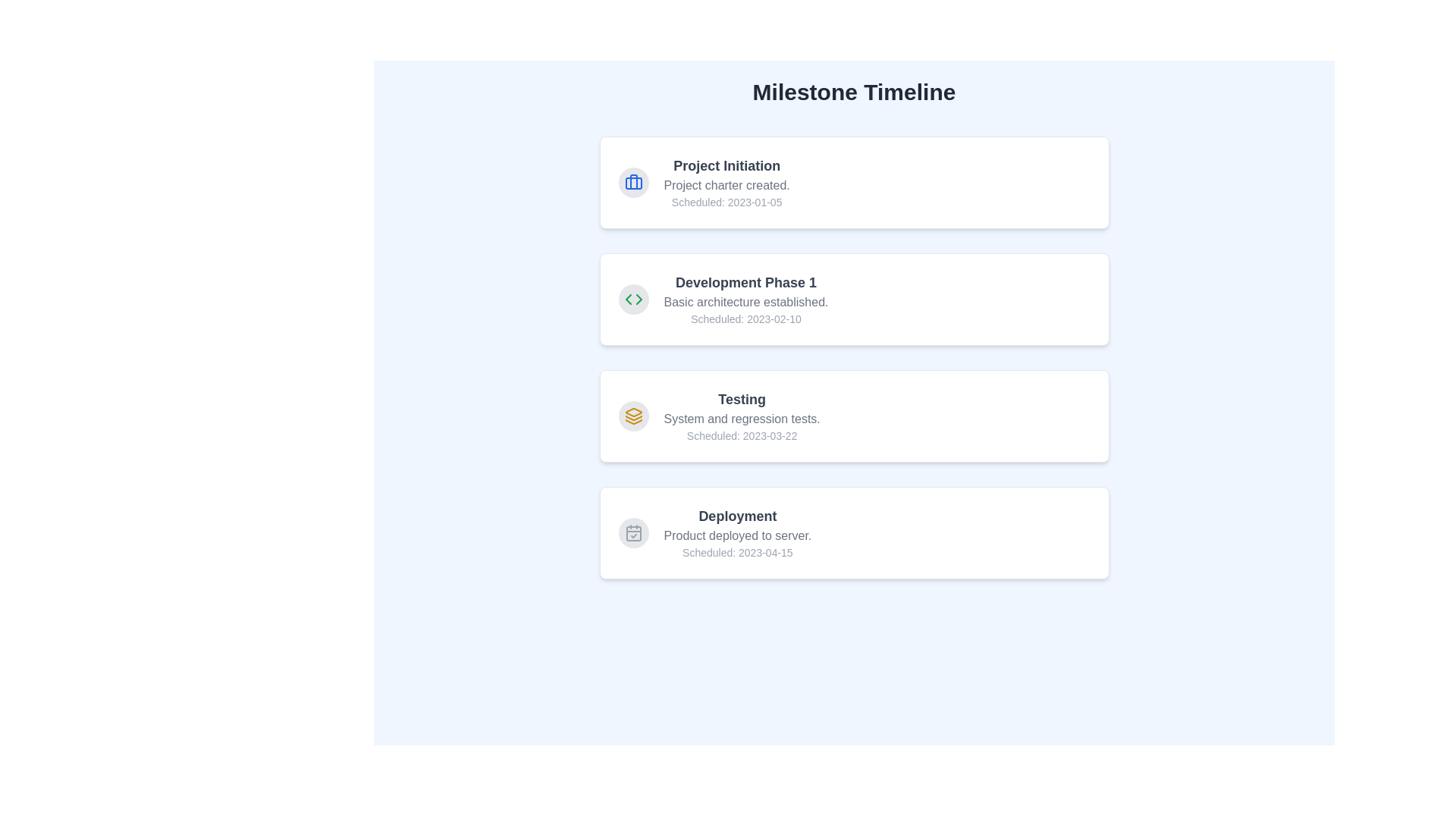  What do you see at coordinates (633, 181) in the screenshot?
I see `the Decorative Icon, which is a square icon with rounded corners featuring a blue briefcase illustration on a light gray background, positioned to the left of the 'Project Initiation' text in the top card of the milestone timelines list` at bounding box center [633, 181].